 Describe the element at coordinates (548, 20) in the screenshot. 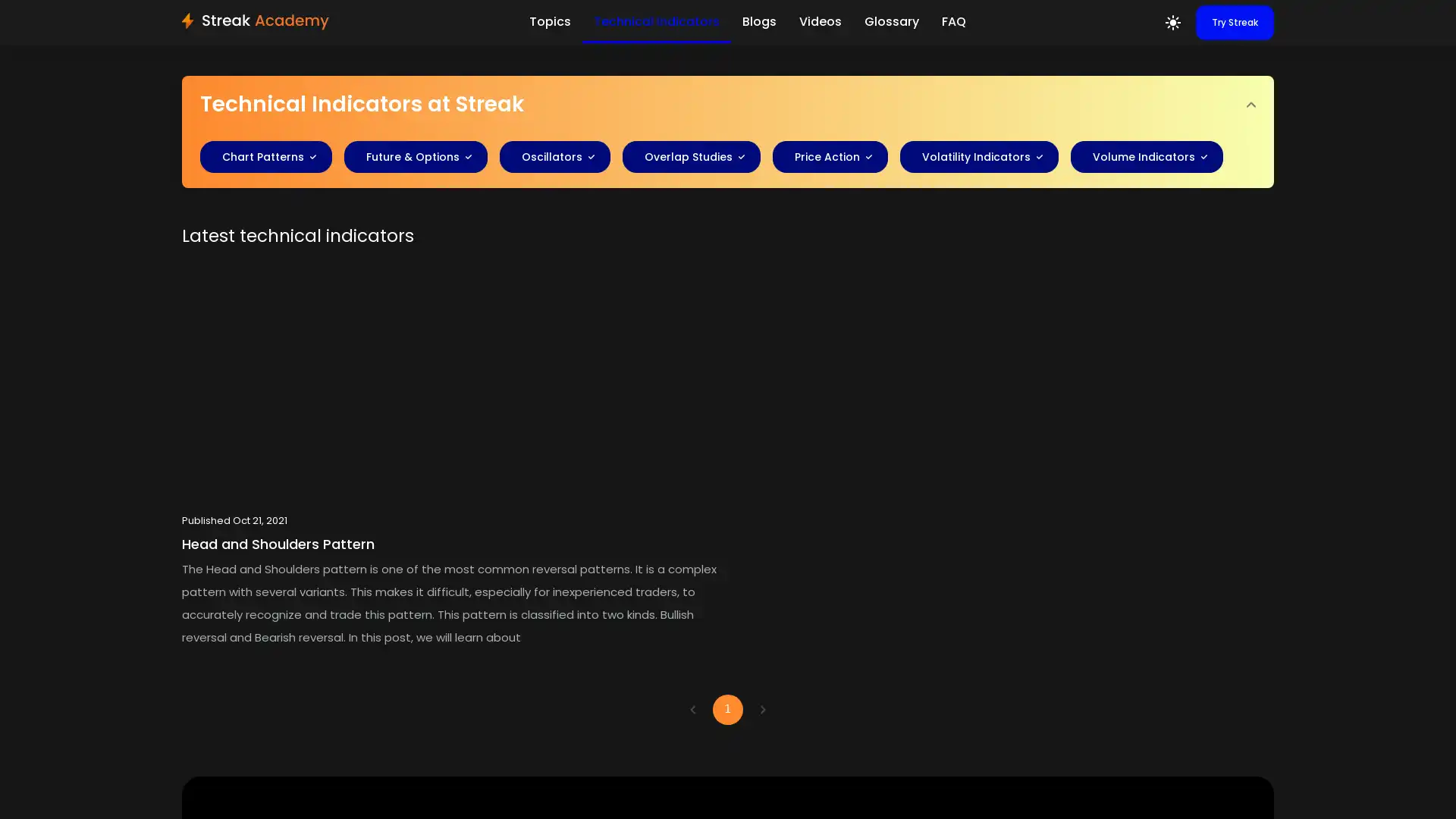

I see `Topics` at that location.